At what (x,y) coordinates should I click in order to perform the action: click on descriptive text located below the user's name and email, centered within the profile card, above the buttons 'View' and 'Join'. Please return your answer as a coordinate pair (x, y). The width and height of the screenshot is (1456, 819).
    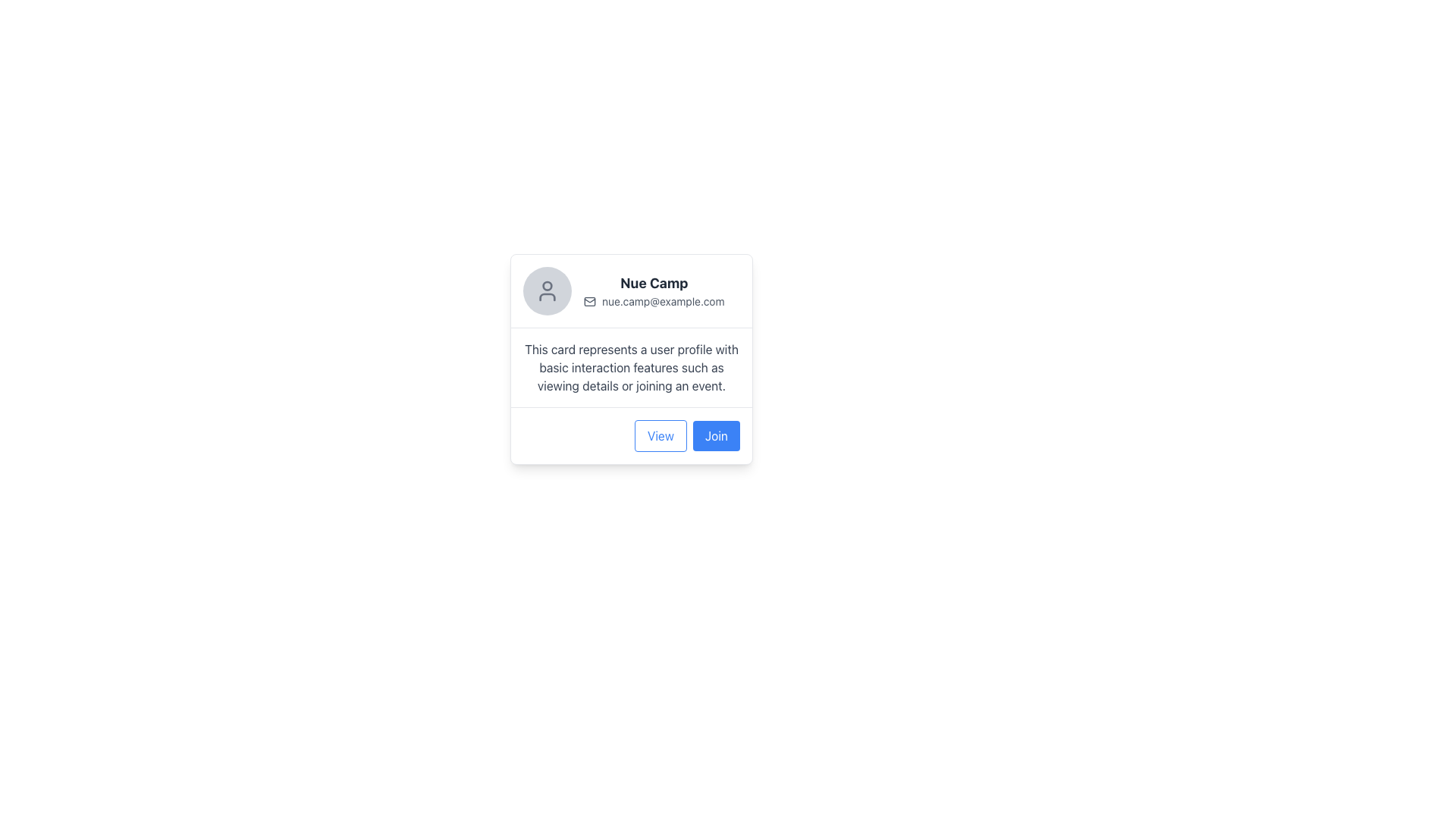
    Looking at the image, I should click on (632, 368).